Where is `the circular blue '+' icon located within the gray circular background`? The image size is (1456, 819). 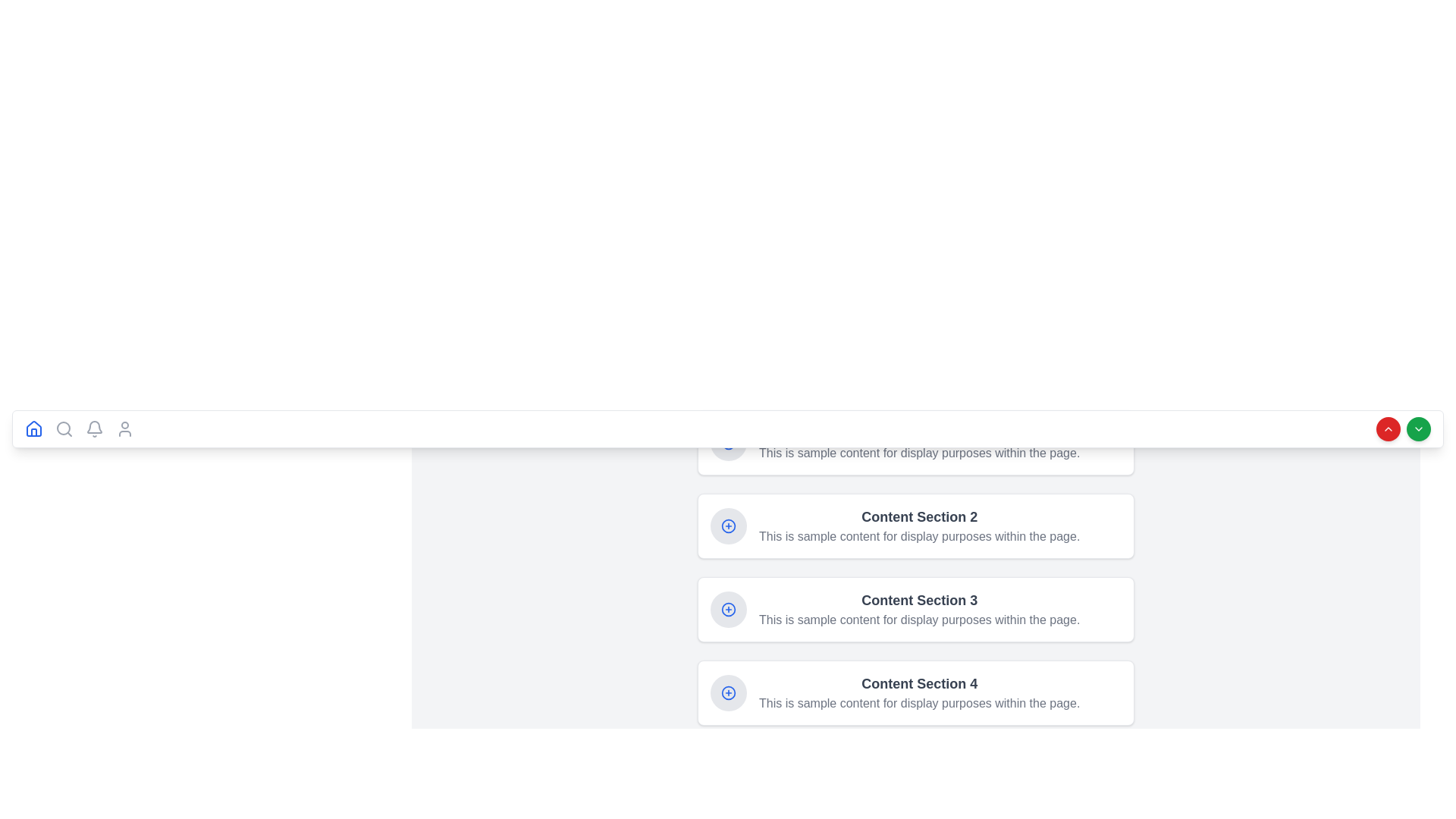 the circular blue '+' icon located within the gray circular background is located at coordinates (728, 608).